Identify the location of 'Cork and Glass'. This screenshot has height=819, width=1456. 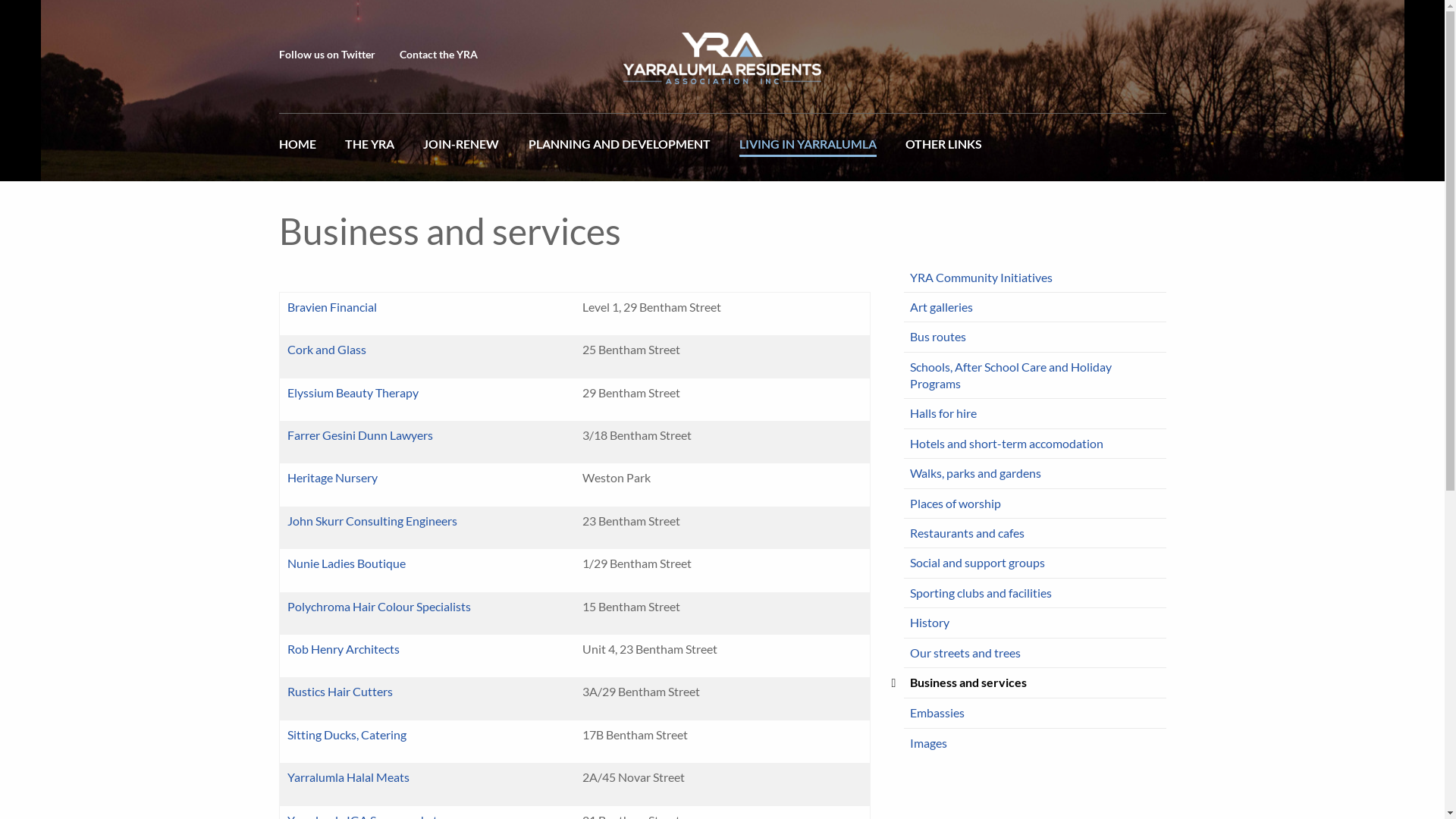
(287, 349).